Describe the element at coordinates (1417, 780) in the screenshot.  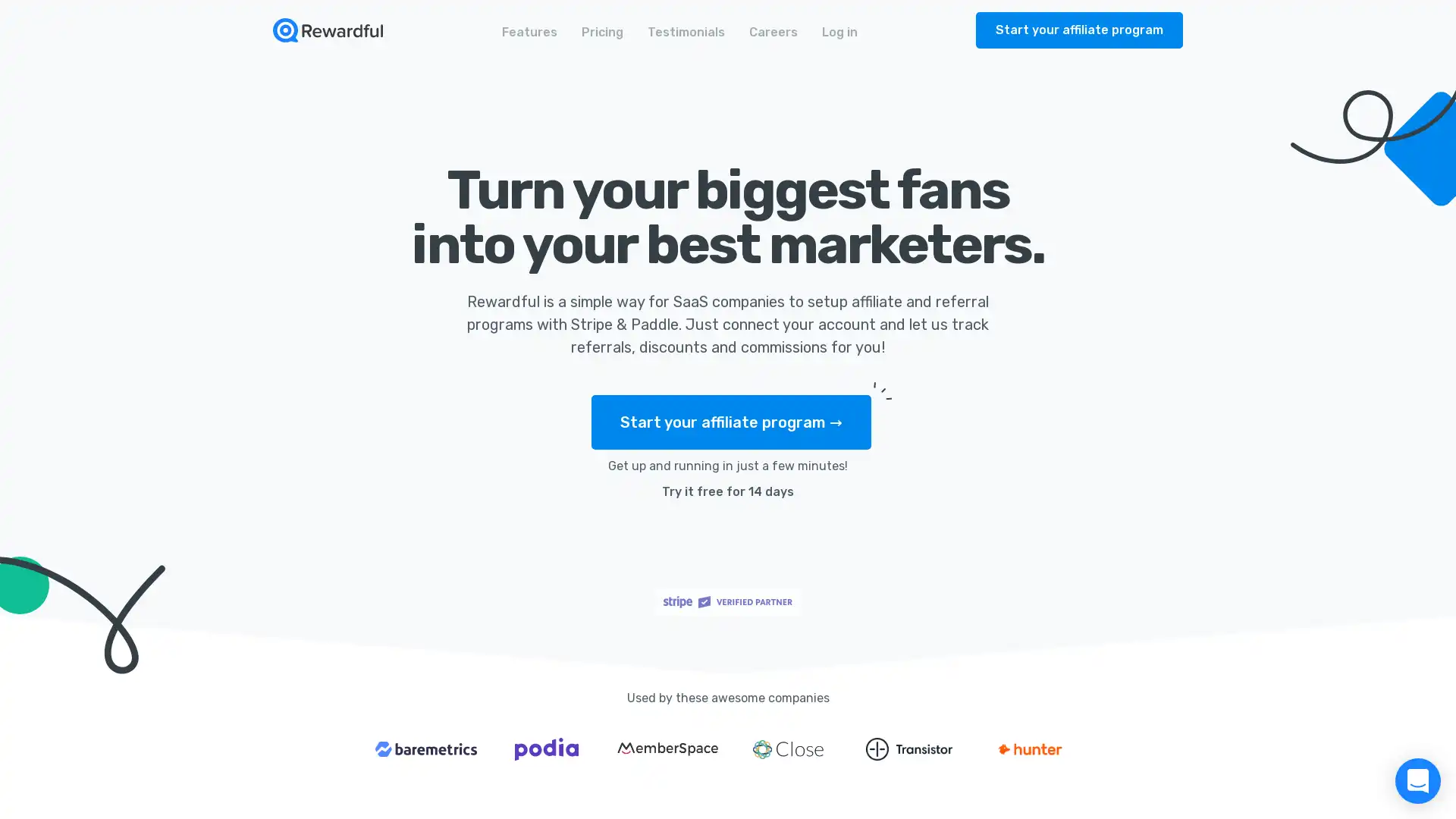
I see `Open Intercom Messenger` at that location.